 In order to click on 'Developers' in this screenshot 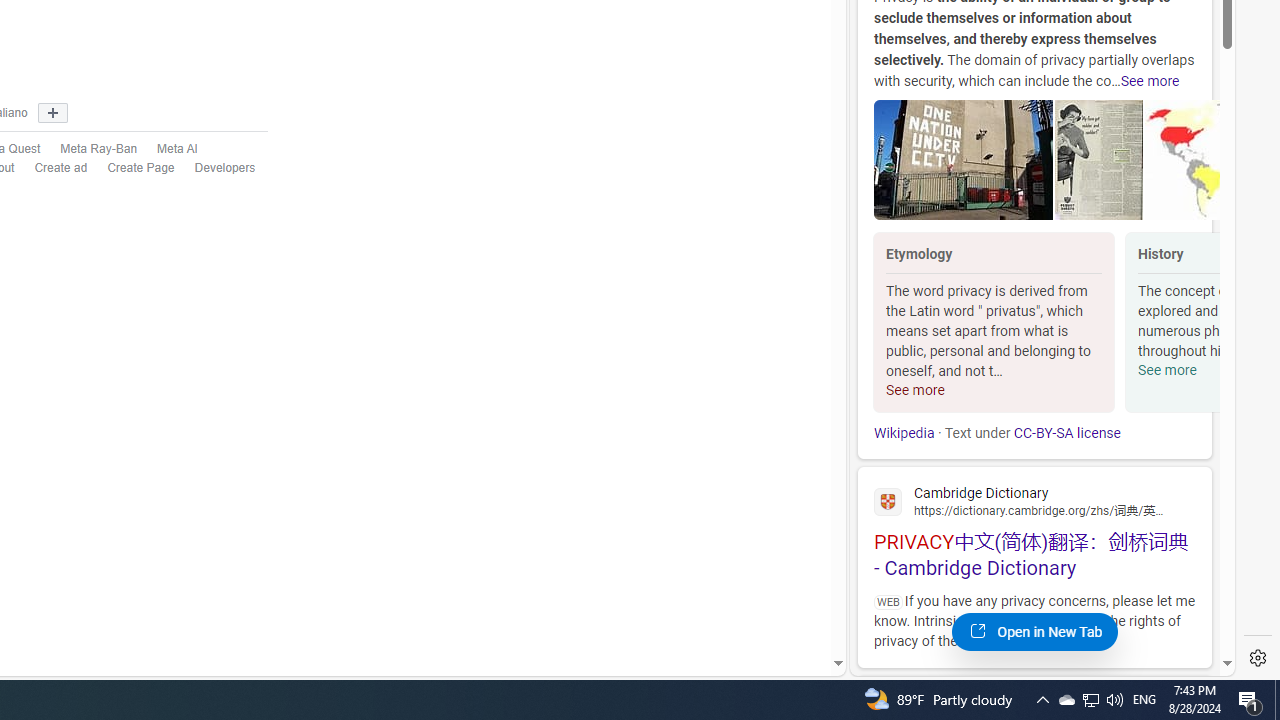, I will do `click(215, 168)`.